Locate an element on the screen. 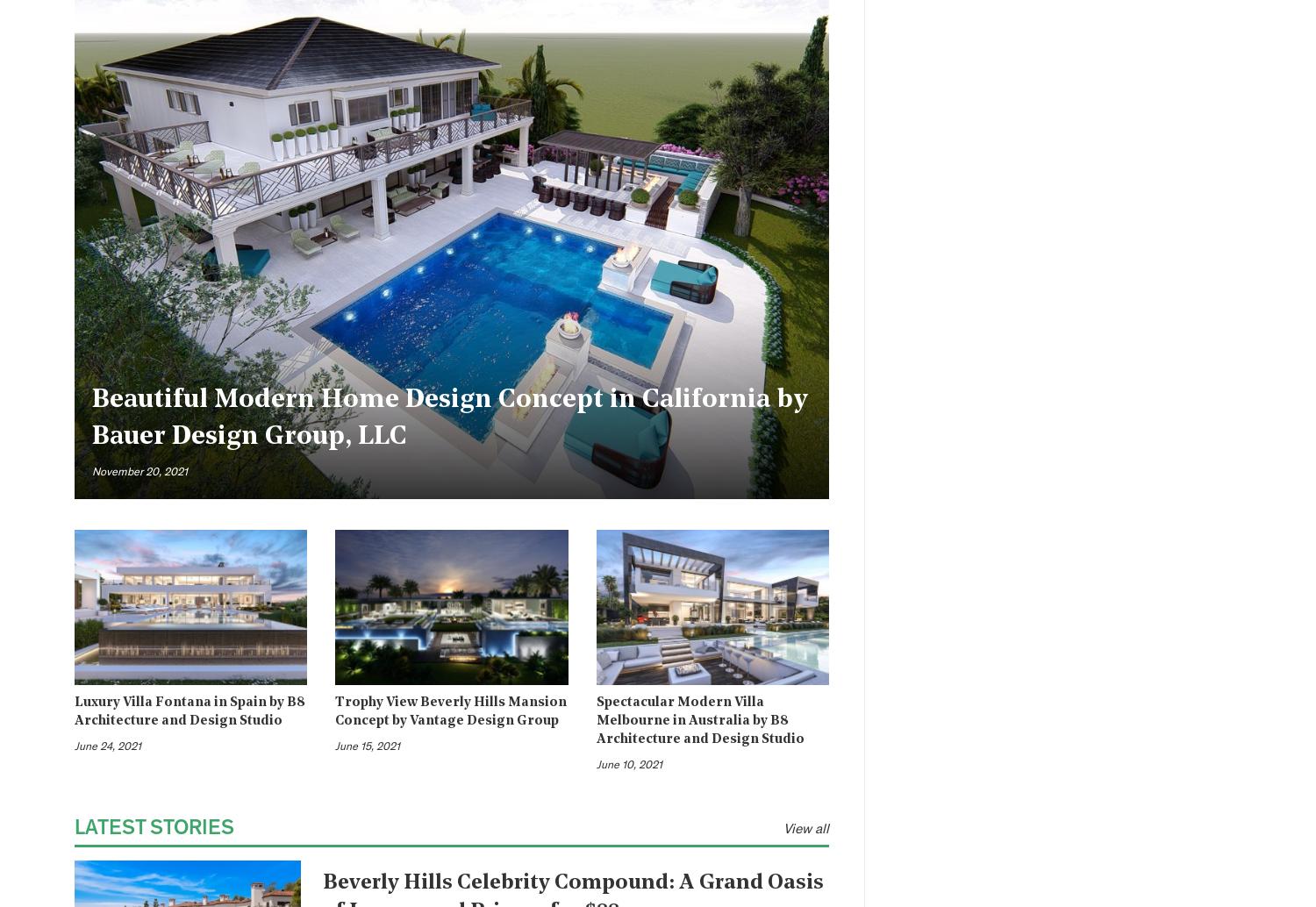  'Spectacular Modern Villa Melbourne in Australia by B8 Architecture and Design Studio' is located at coordinates (699, 720).